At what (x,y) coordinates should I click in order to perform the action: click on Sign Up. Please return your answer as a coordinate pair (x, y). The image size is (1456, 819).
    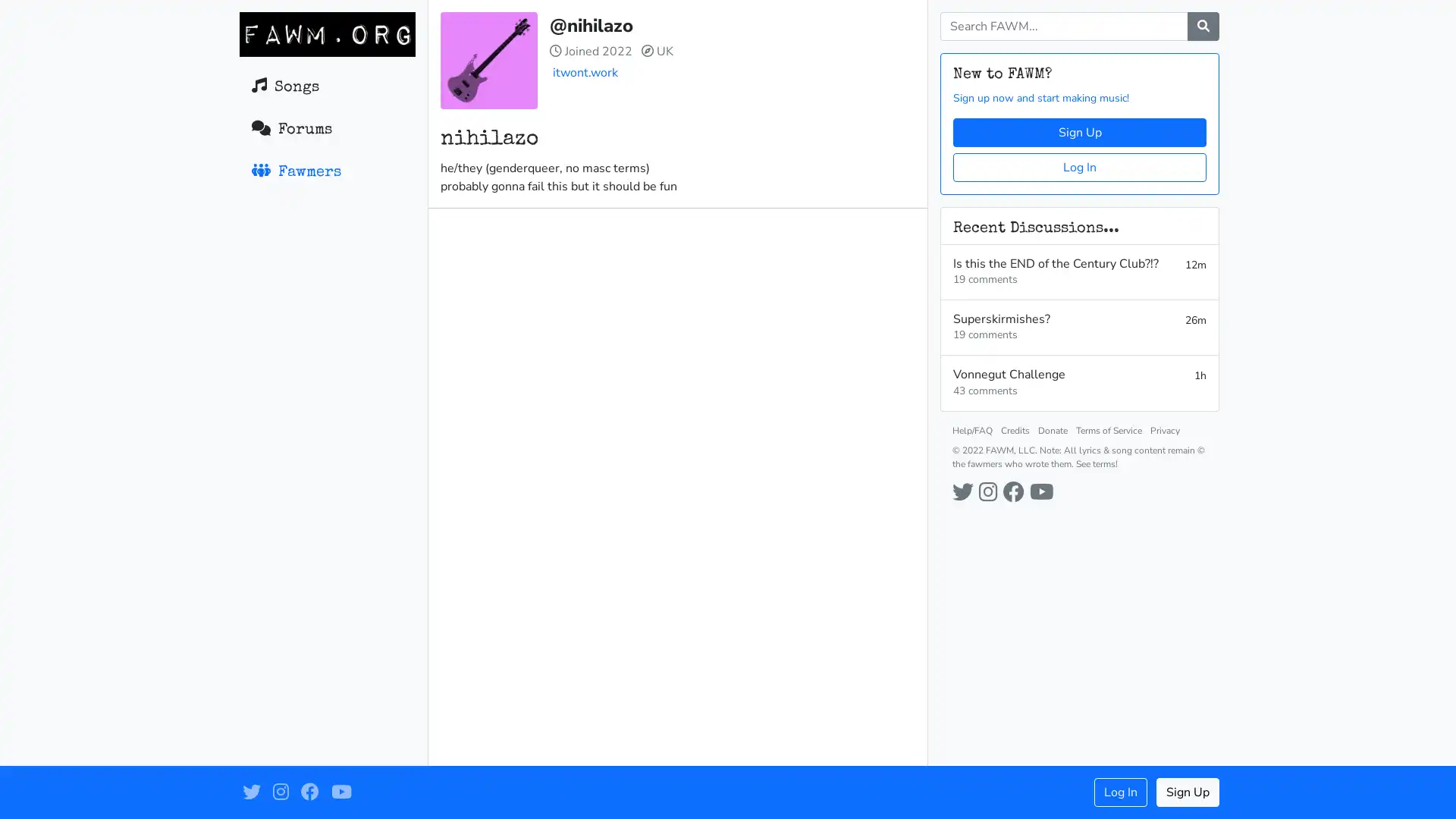
    Looking at the image, I should click on (1187, 792).